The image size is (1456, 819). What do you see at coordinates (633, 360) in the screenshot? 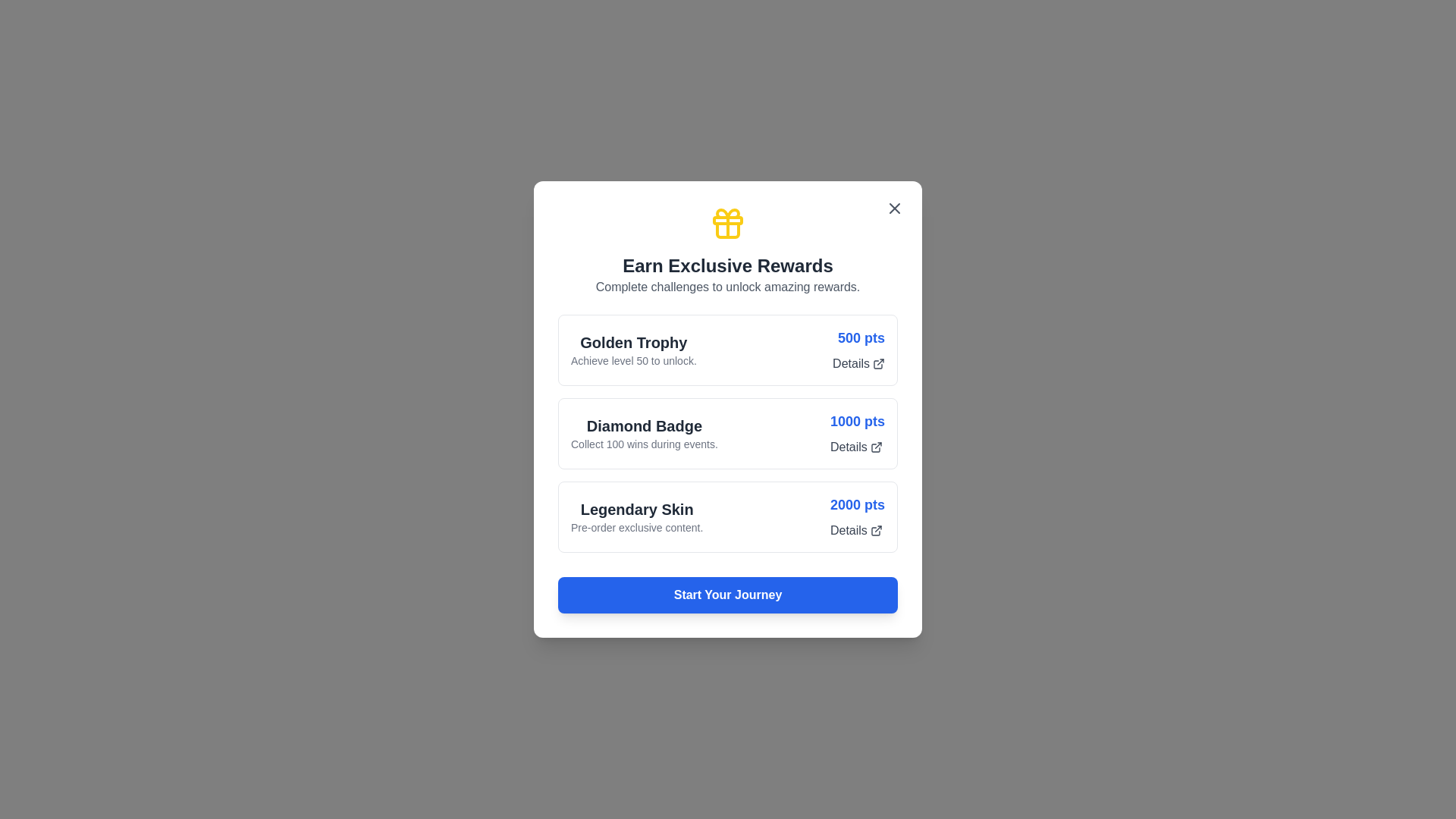
I see `descriptive text located below the 'Golden Trophy' label, which provides information about the criteria for unlocking the reward` at bounding box center [633, 360].